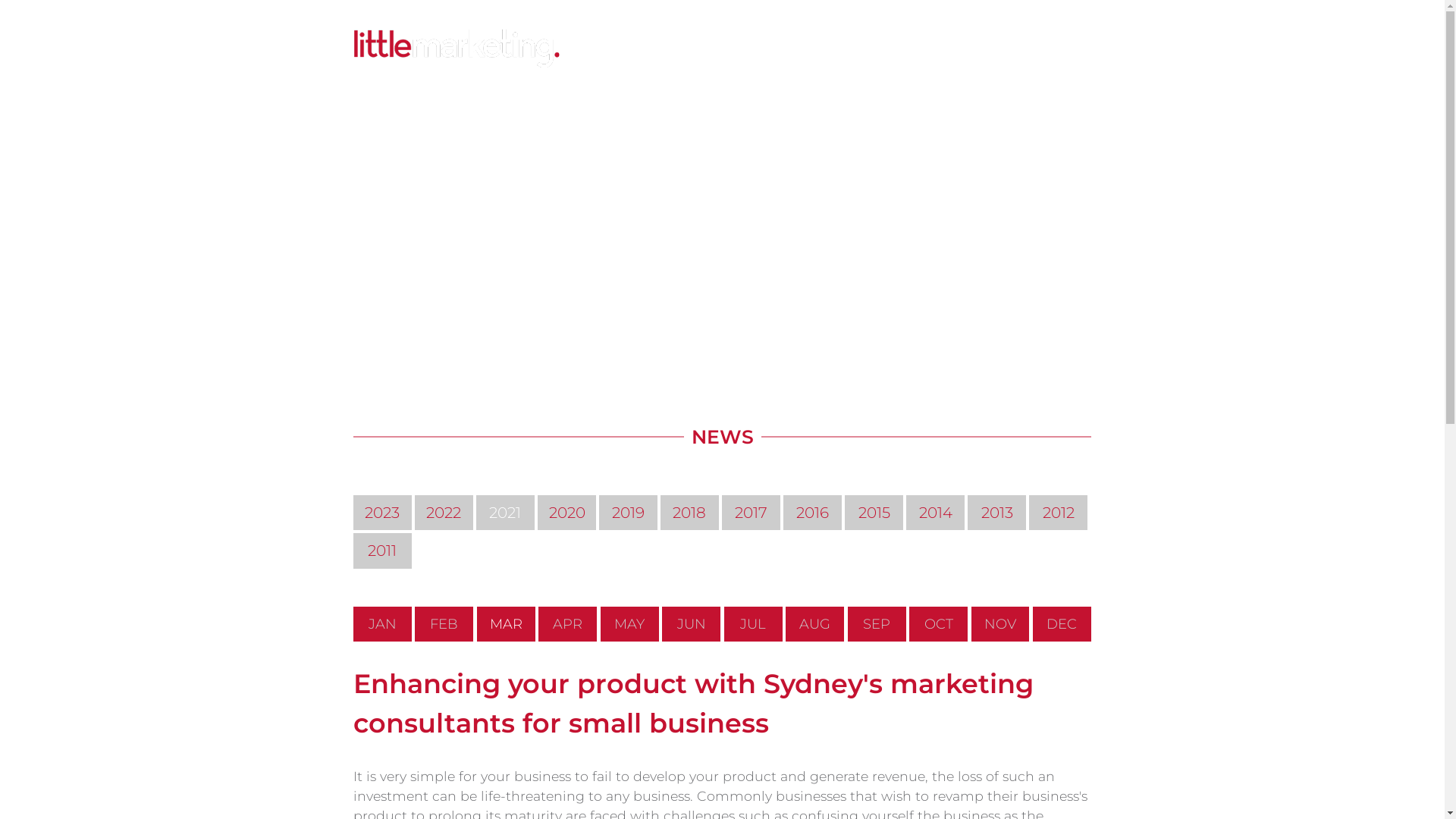 The image size is (1456, 819). I want to click on '2023', so click(382, 512).